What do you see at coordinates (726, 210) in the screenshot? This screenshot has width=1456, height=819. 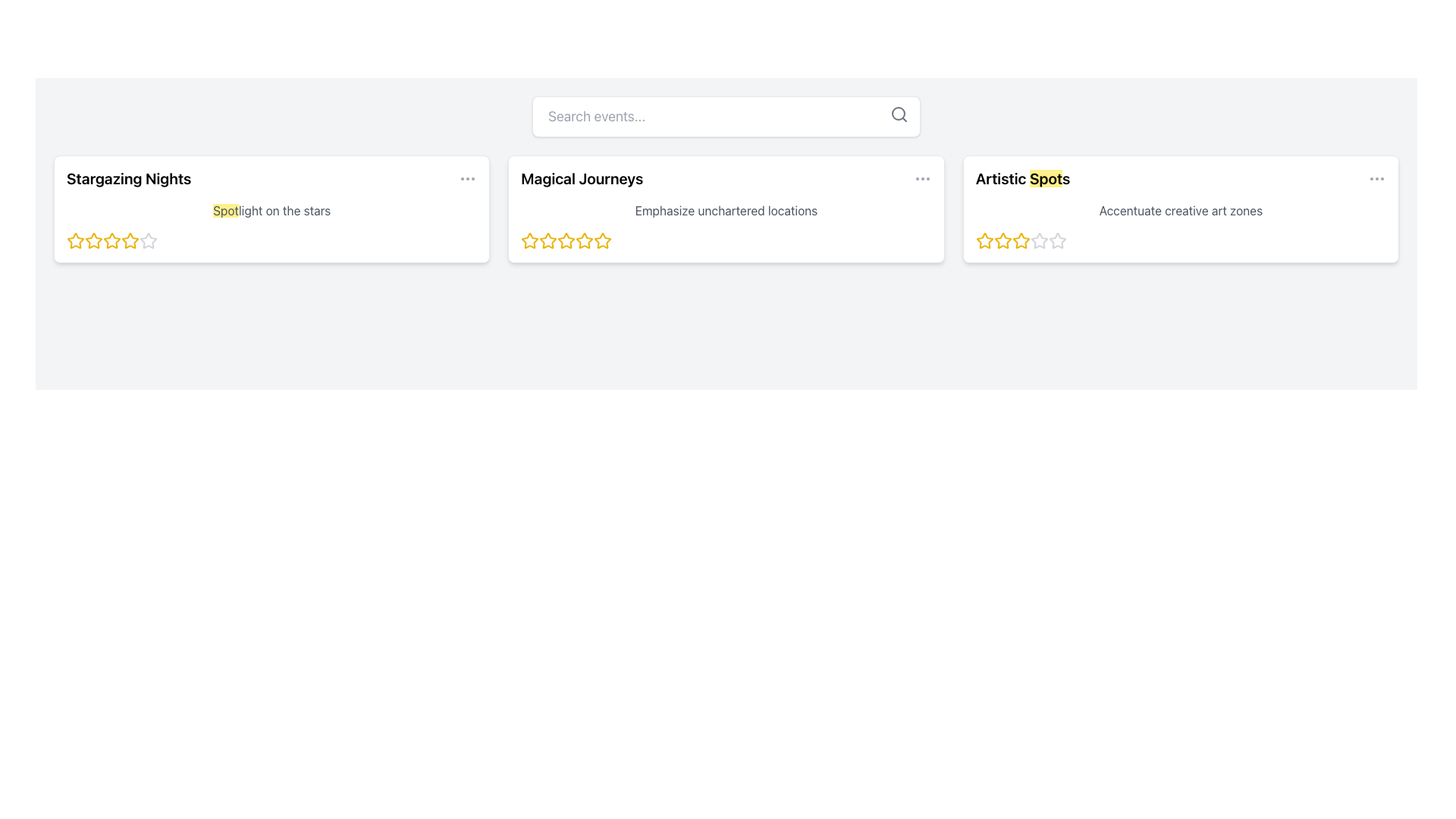 I see `text content of the Text Label located below the heading 'Magical Journeys' in the second card of three horizontal cards` at bounding box center [726, 210].